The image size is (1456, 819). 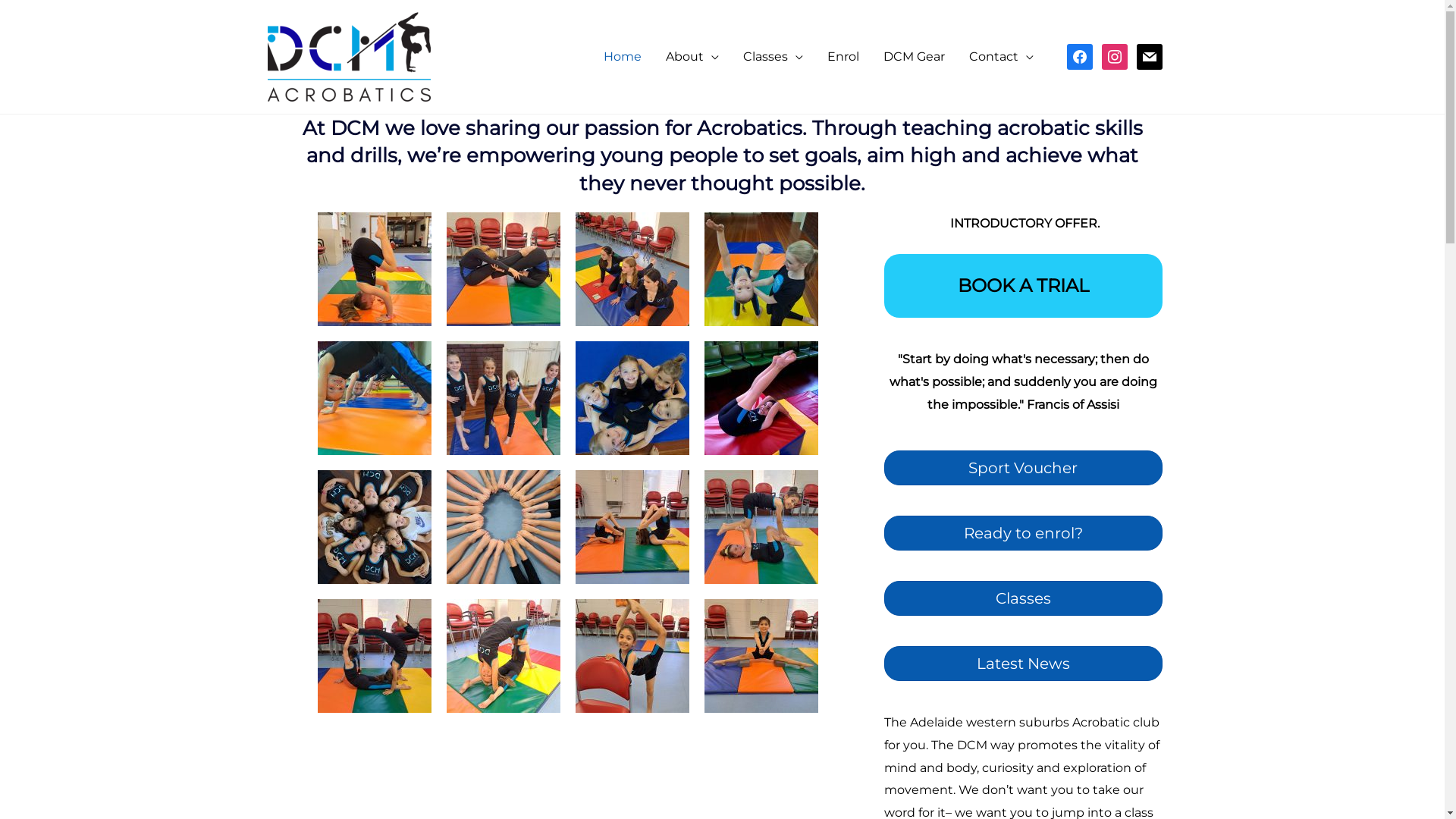 What do you see at coordinates (1023, 663) in the screenshot?
I see `'Latest News'` at bounding box center [1023, 663].